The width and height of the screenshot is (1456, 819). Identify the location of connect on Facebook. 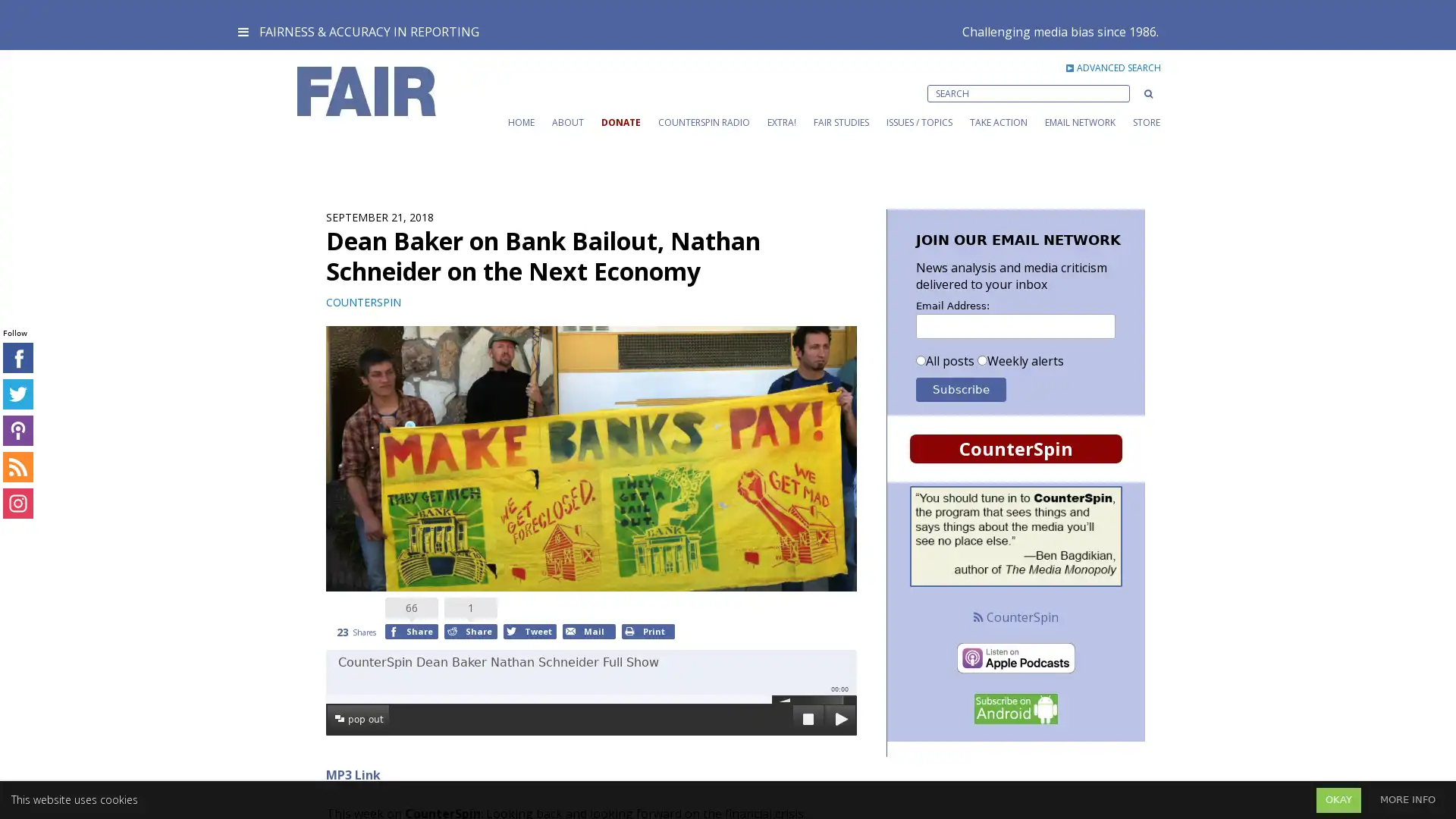
(18, 357).